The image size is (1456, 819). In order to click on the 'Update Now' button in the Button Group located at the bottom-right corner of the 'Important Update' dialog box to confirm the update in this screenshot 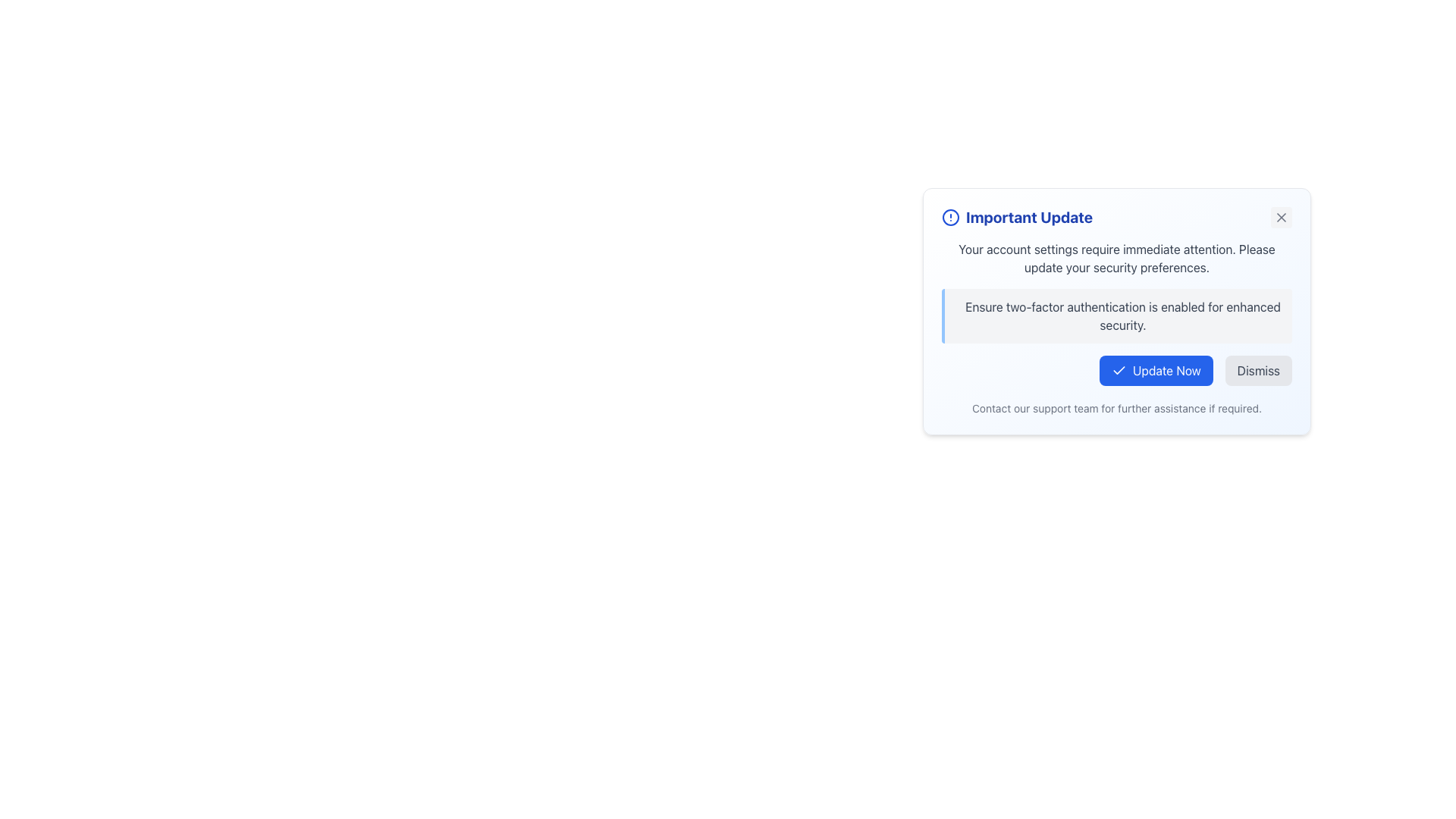, I will do `click(1117, 371)`.